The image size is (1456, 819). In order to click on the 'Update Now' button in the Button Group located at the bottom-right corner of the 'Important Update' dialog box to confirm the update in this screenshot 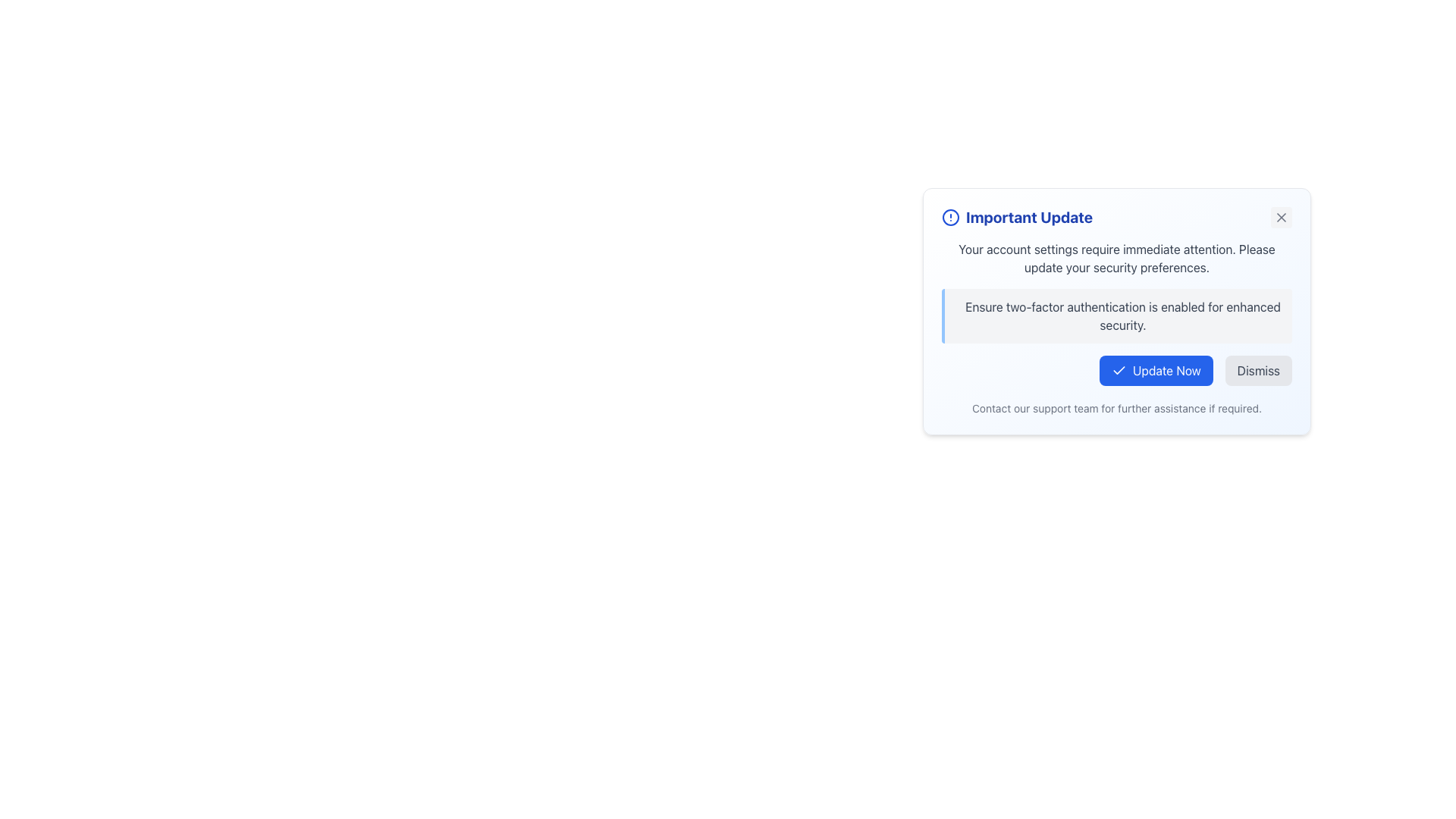, I will do `click(1117, 371)`.